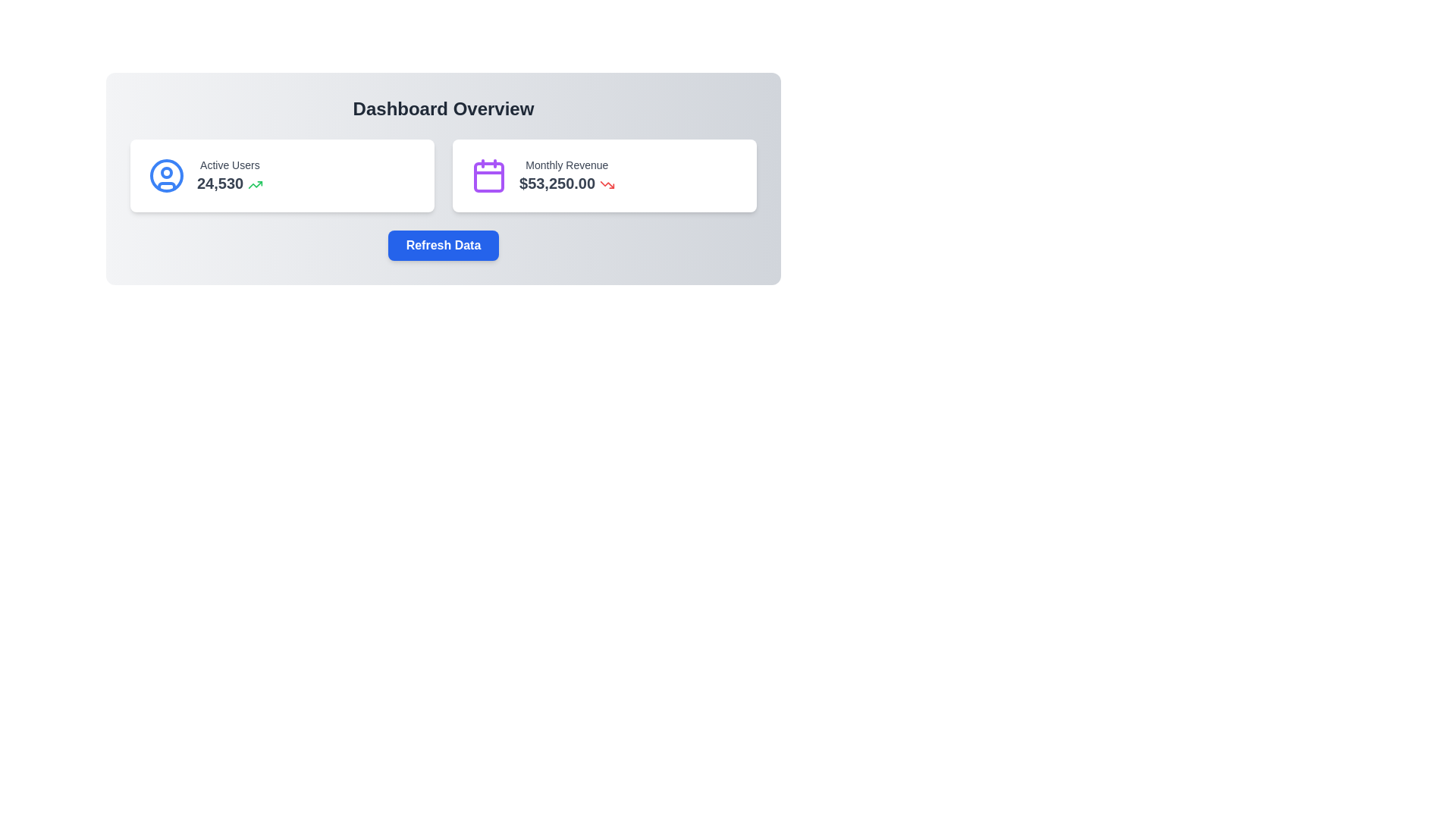 This screenshot has width=1456, height=819. What do you see at coordinates (167, 171) in the screenshot?
I see `the small blue circular shape located at the top center of the user avatar icon in the 'Active Users' section` at bounding box center [167, 171].